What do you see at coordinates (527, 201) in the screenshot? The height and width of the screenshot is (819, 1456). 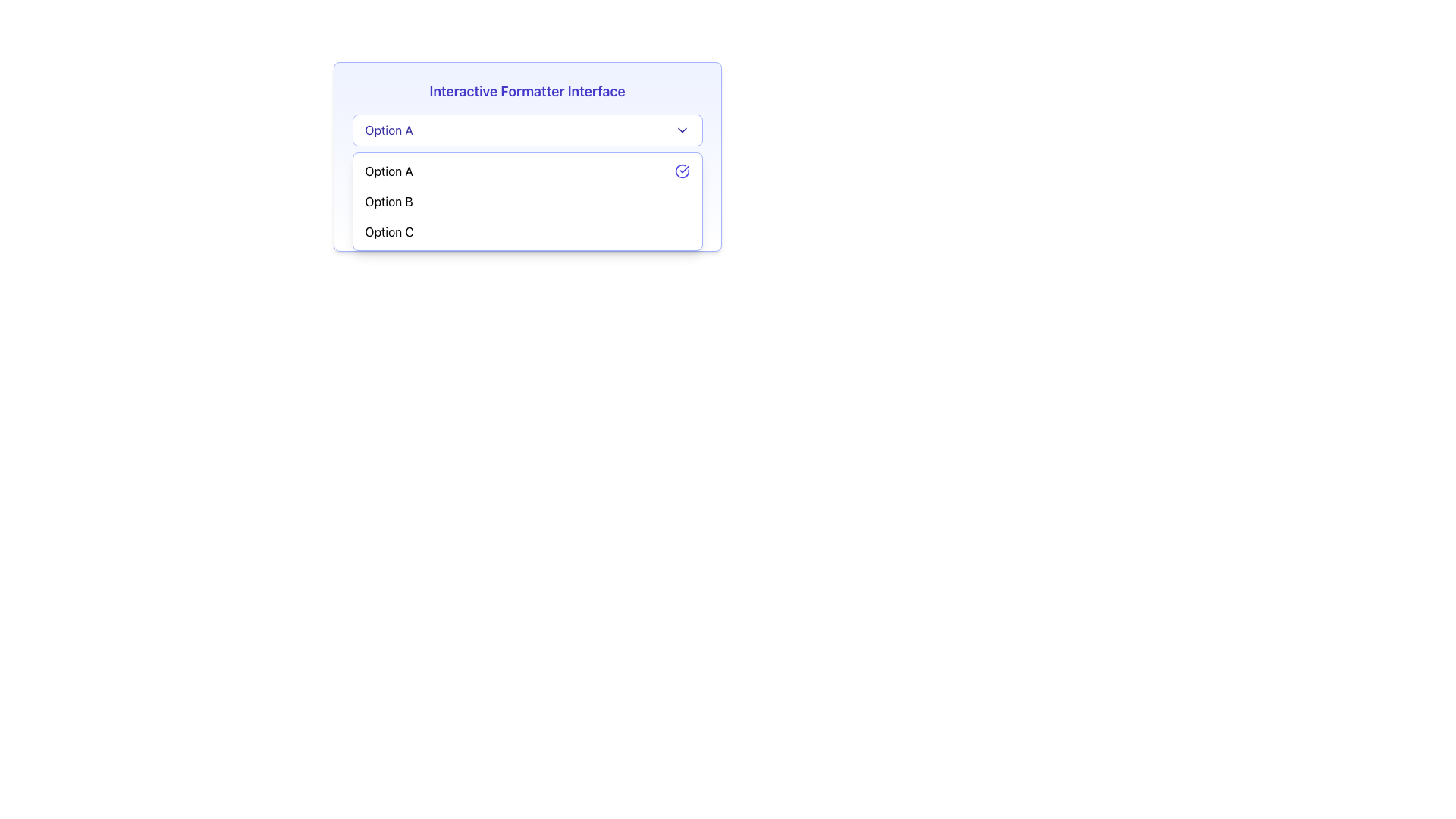 I see `the second item in the dropdown menu labeled 'Option B'` at bounding box center [527, 201].